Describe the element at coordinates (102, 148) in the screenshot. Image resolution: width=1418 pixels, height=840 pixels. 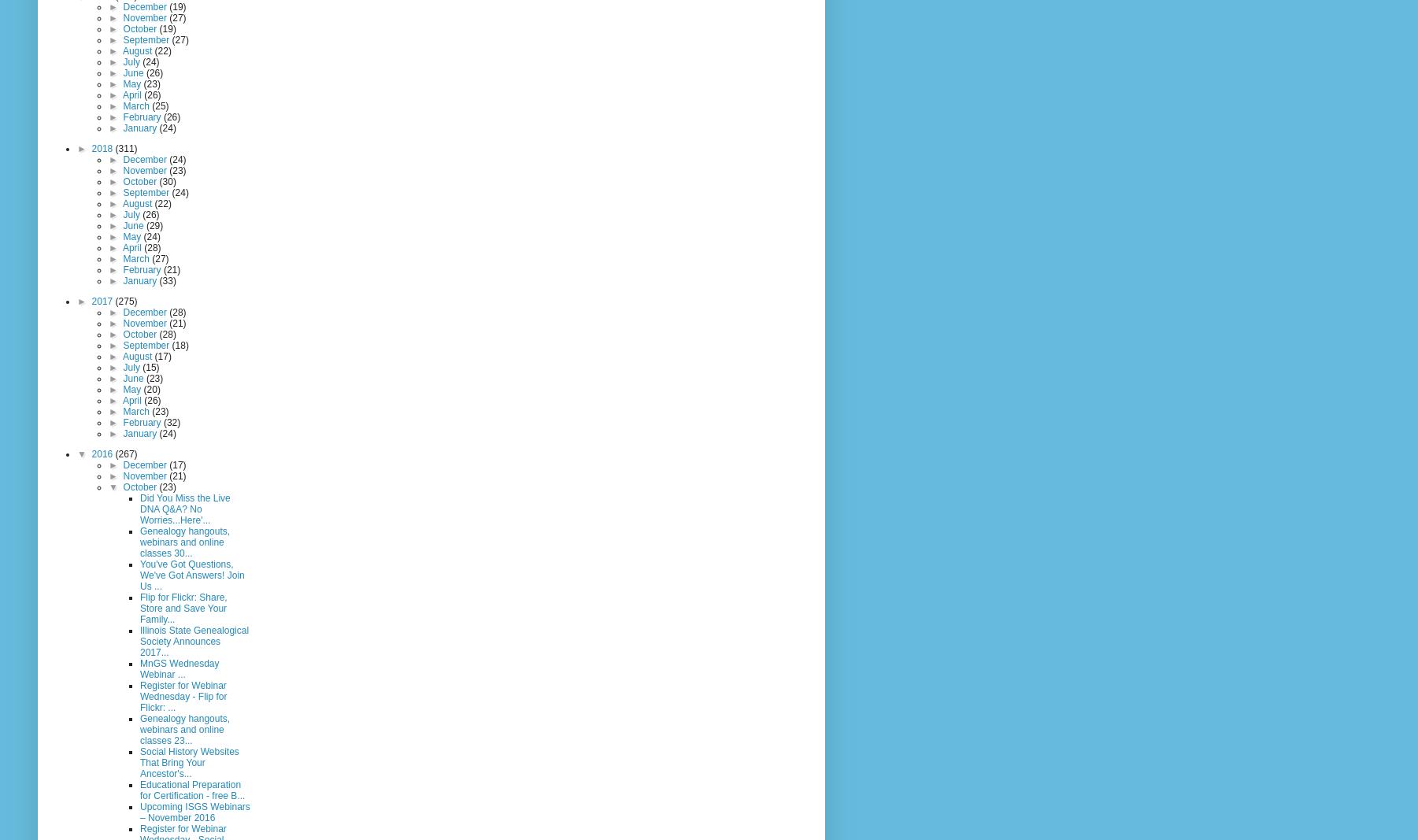
I see `'2018'` at that location.